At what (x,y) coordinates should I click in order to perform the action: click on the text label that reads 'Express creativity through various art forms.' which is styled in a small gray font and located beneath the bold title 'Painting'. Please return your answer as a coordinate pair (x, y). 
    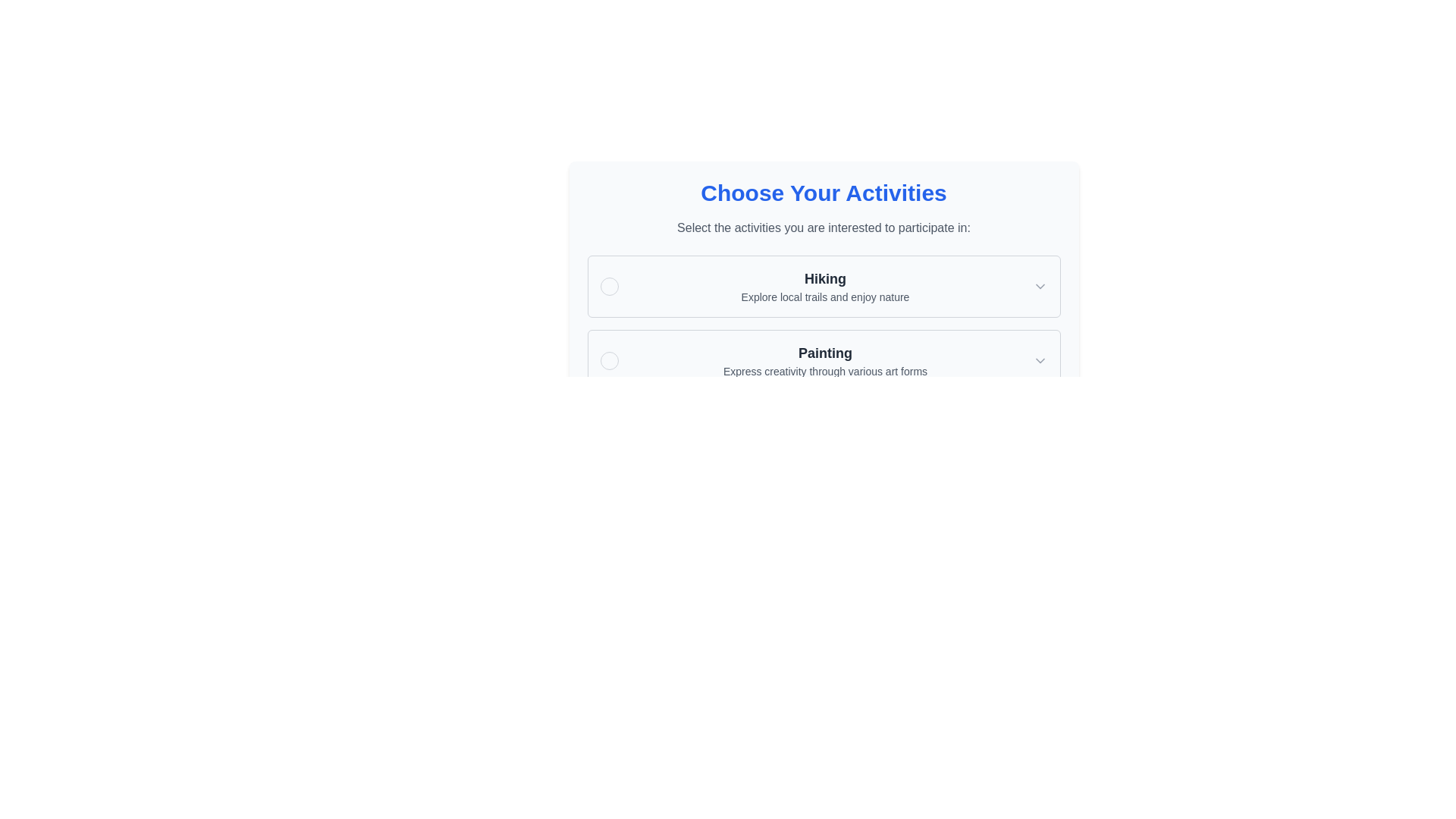
    Looking at the image, I should click on (824, 371).